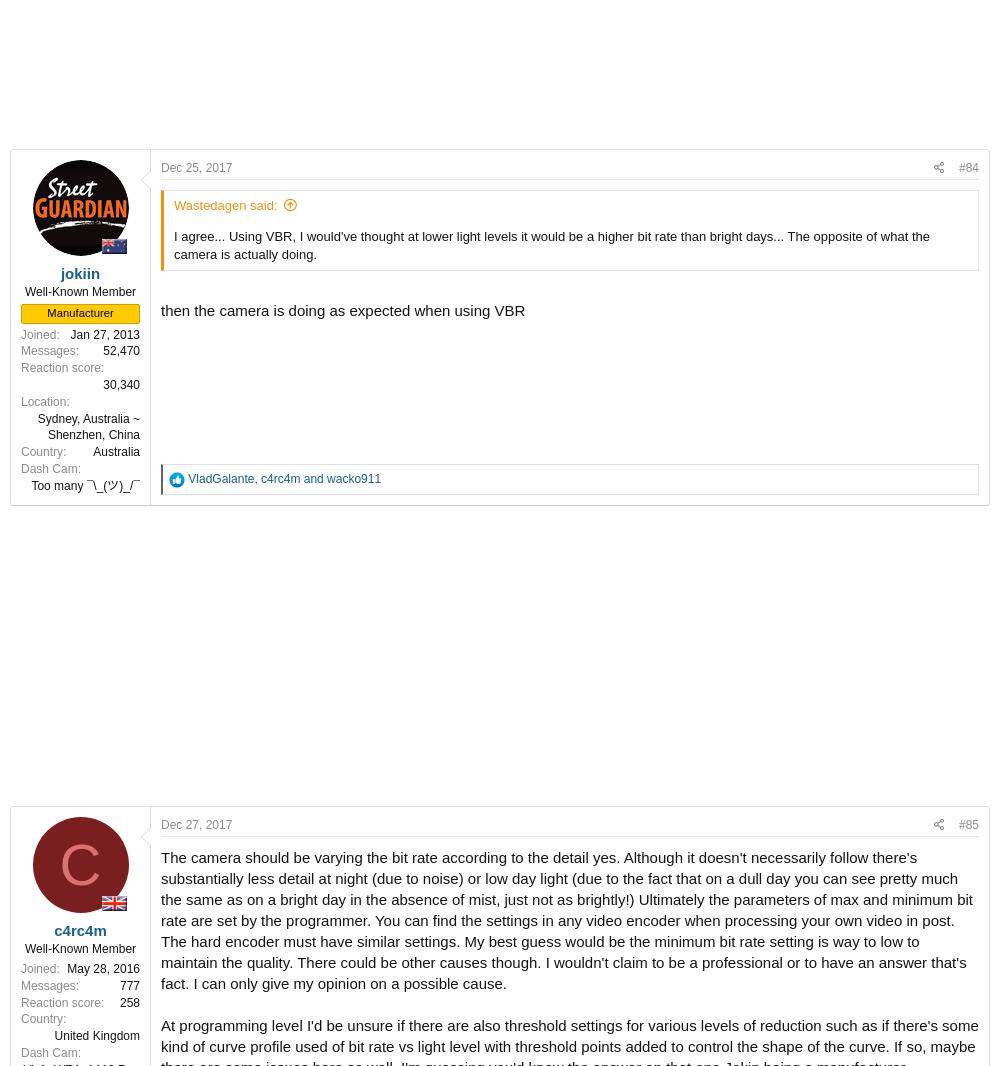  Describe the element at coordinates (566, 920) in the screenshot. I see `'The camera should be varying the bit rate according to the detail yes. Although it doesn't necessarily follow there's substantially less detail at night (due to noise) or low day light (due to the fact that on a dull day you can see pretty much the same as on a bright day in the absence of mist, just not as brightly!) Ultimately the parameters of max and minimum bit rate are set by the programmer. You can find the settings in any video encoder when processing your own video in post. The hard encoder must have similar settings. My best guess would be the minimum bit rate setting is way to low to maintain the quality. There could be other causes though. I wouldn't claim to be a professional or to have an answer that's fact. I can only give my opinion on a possible cause.'` at that location.